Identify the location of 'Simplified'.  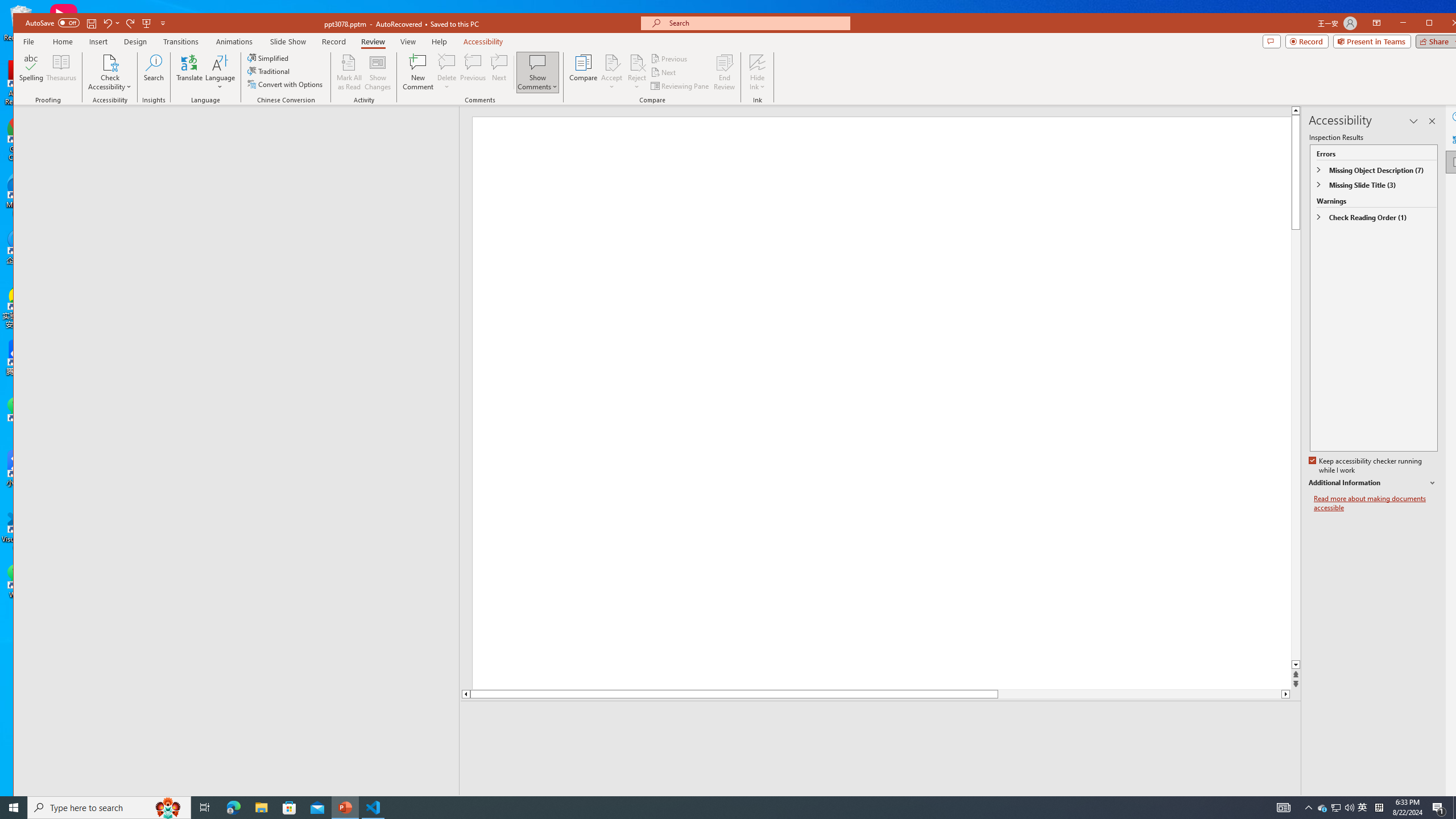
(268, 58).